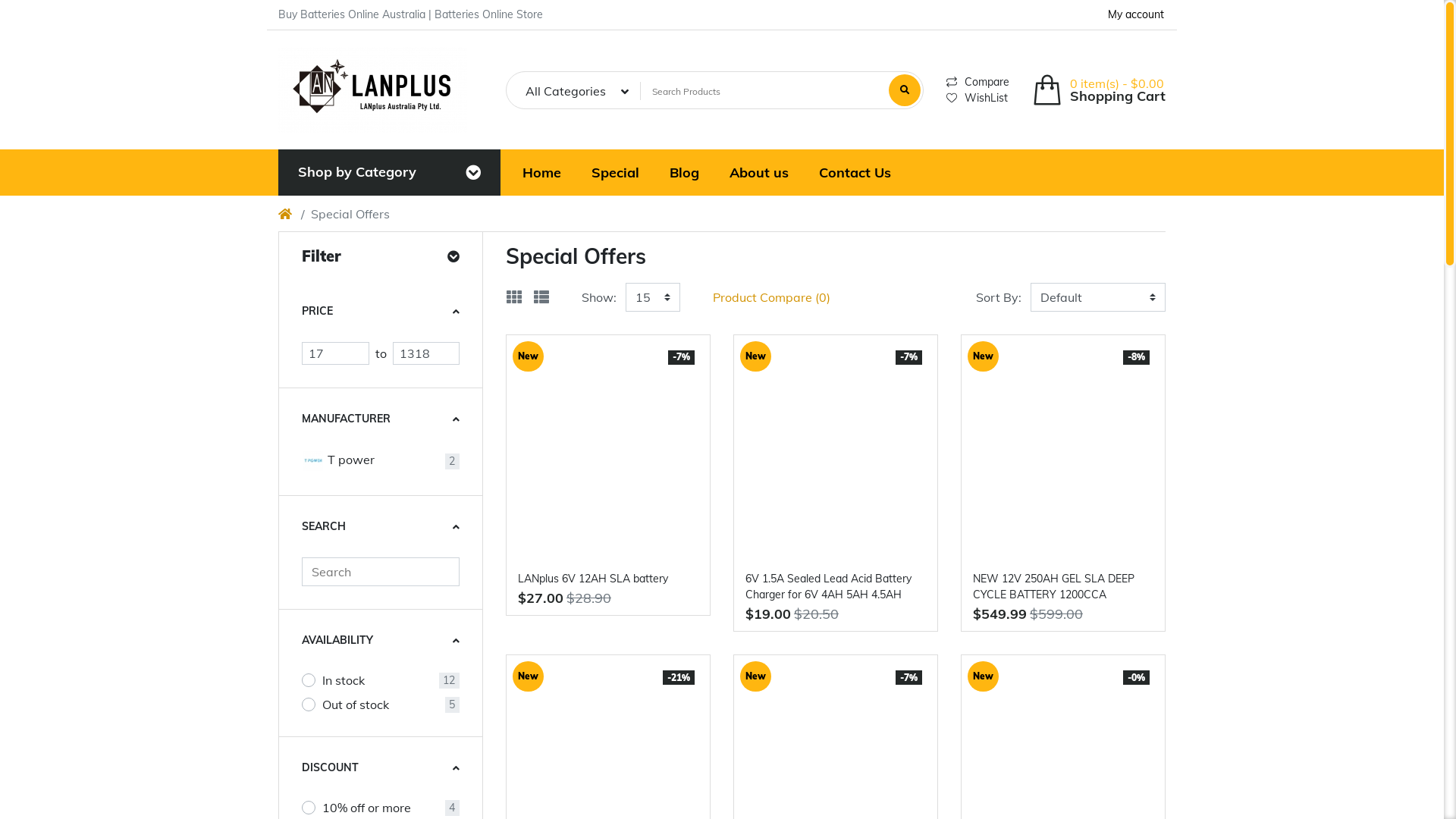  What do you see at coordinates (657, 320) in the screenshot?
I see `'Compare this Product'` at bounding box center [657, 320].